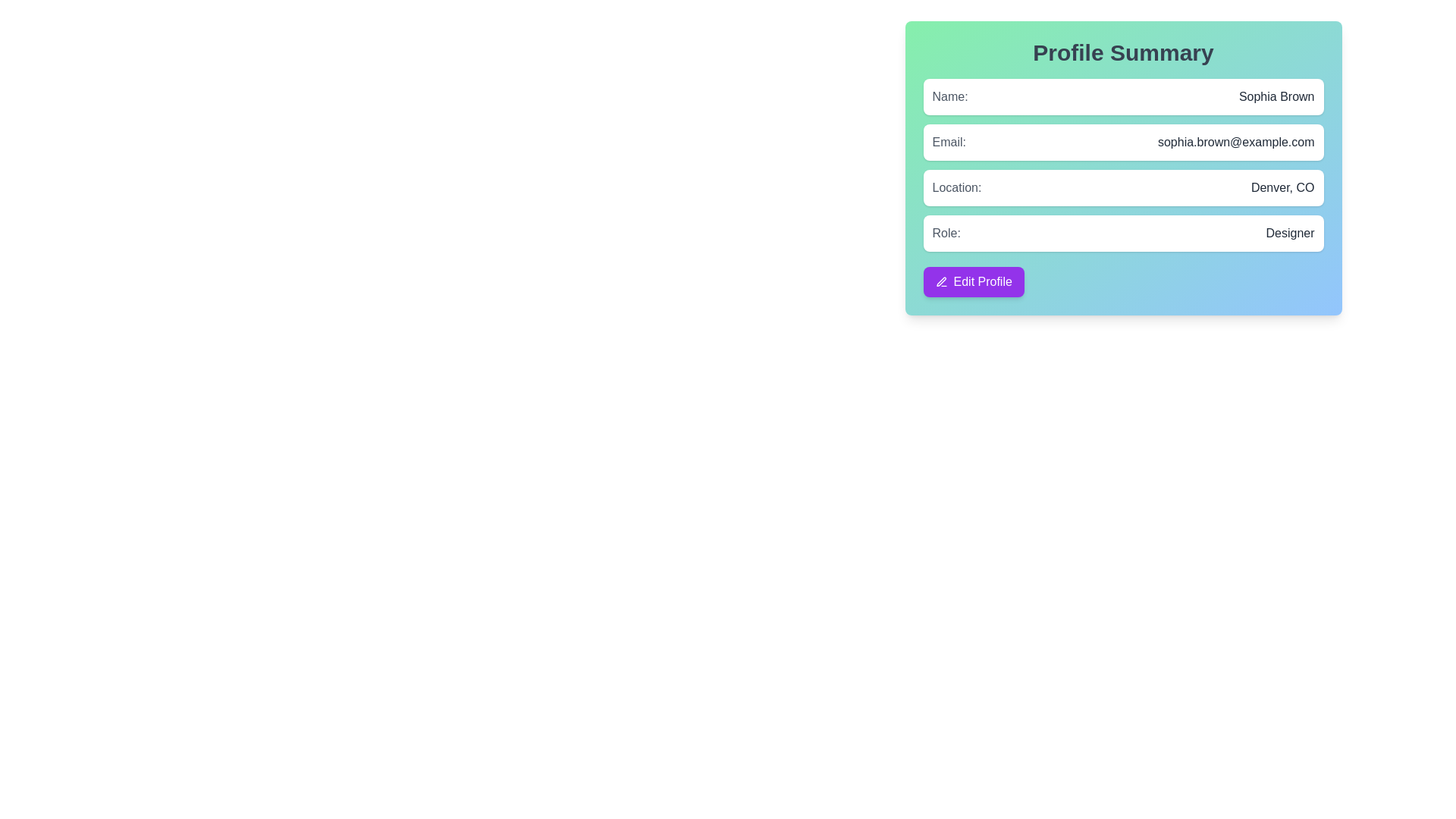  What do you see at coordinates (1276, 96) in the screenshot?
I see `the static text label displaying the user's name 'Sophia Brown' in the Profile Summary panel, located to the right of the 'Name:' label` at bounding box center [1276, 96].